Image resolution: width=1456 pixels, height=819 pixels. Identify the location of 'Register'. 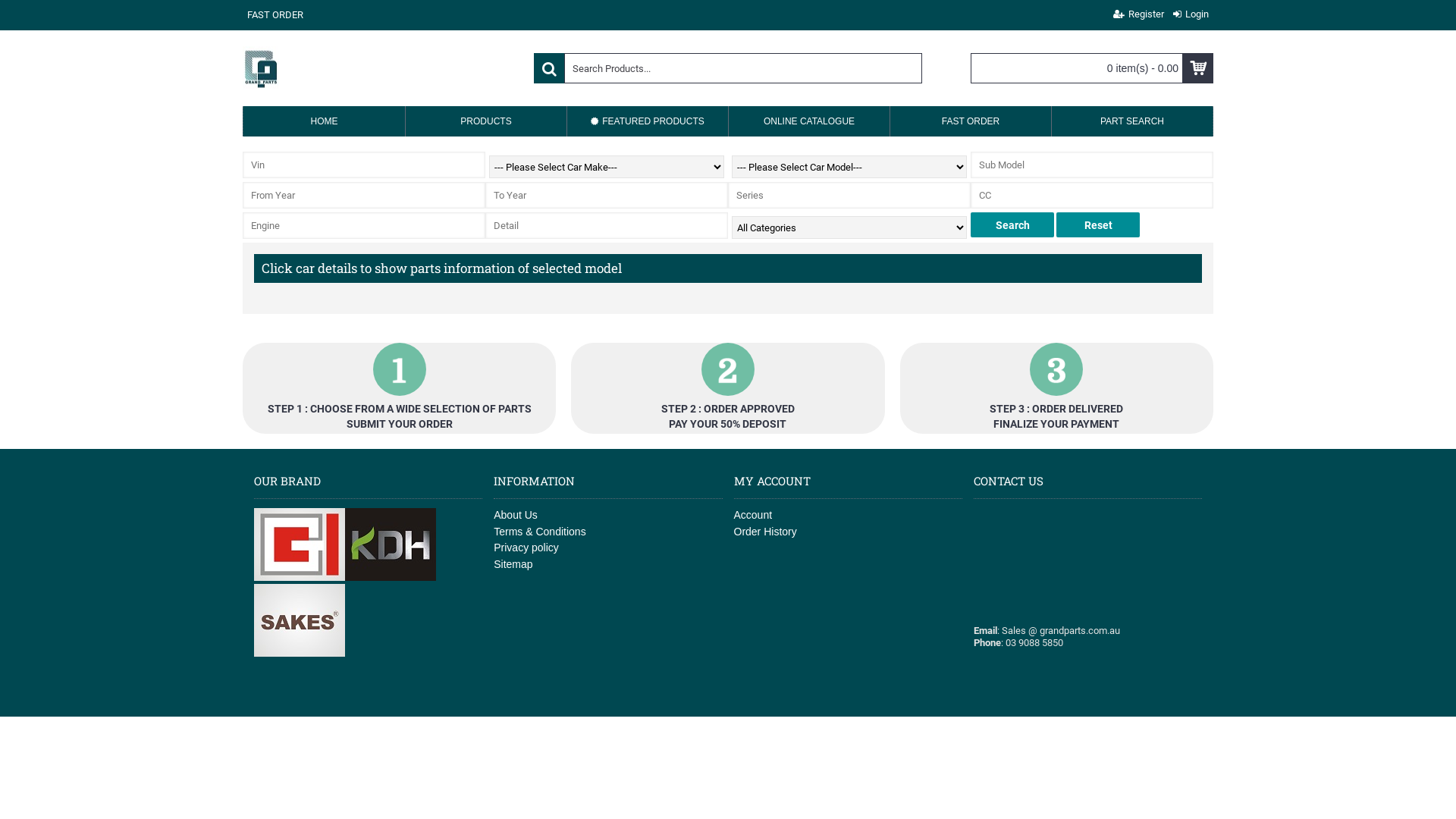
(1109, 14).